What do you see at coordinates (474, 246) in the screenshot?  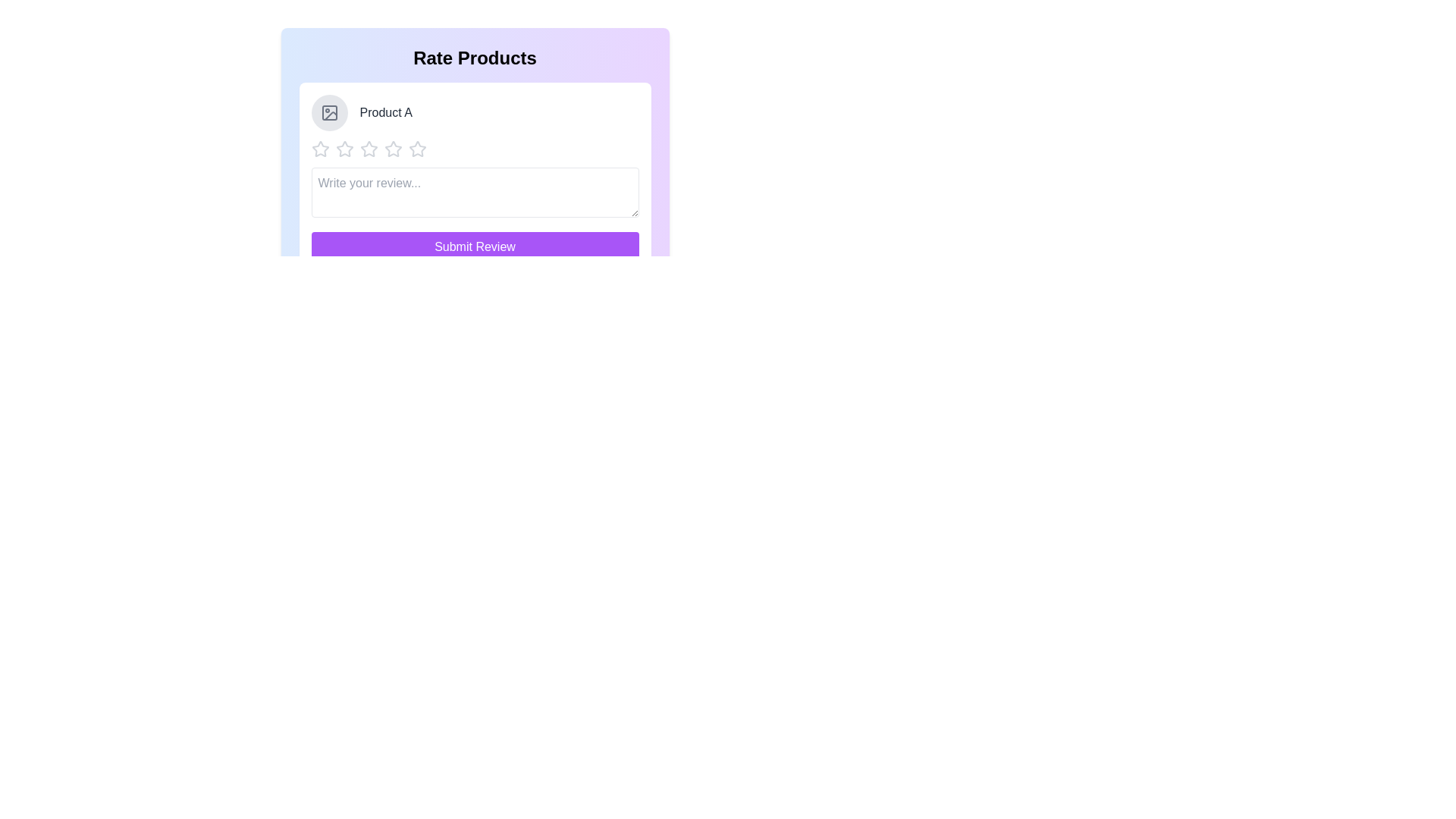 I see `the 'Submit Review' button to submit the review` at bounding box center [474, 246].